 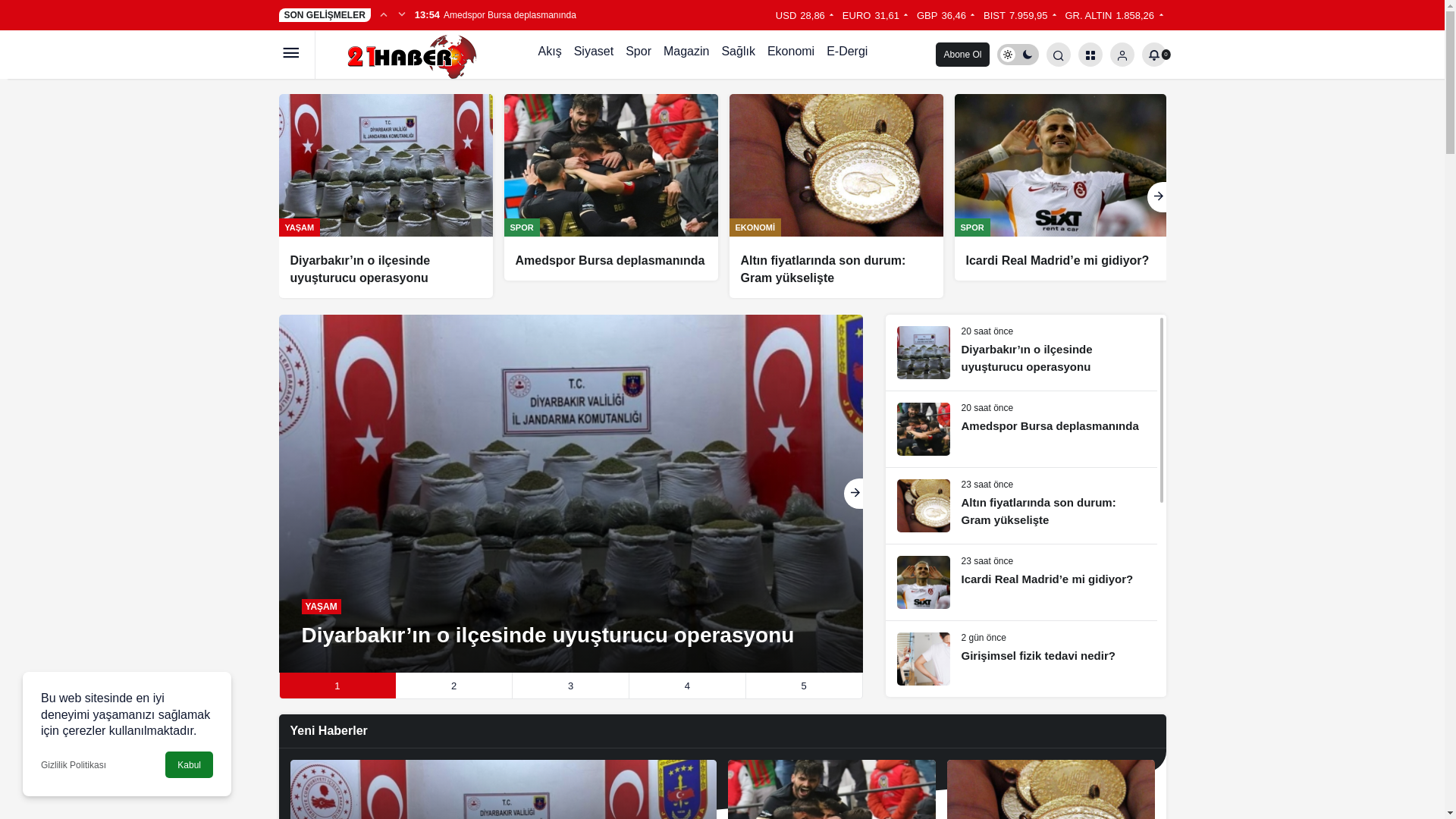 What do you see at coordinates (961, 54) in the screenshot?
I see `'Abone Ol'` at bounding box center [961, 54].